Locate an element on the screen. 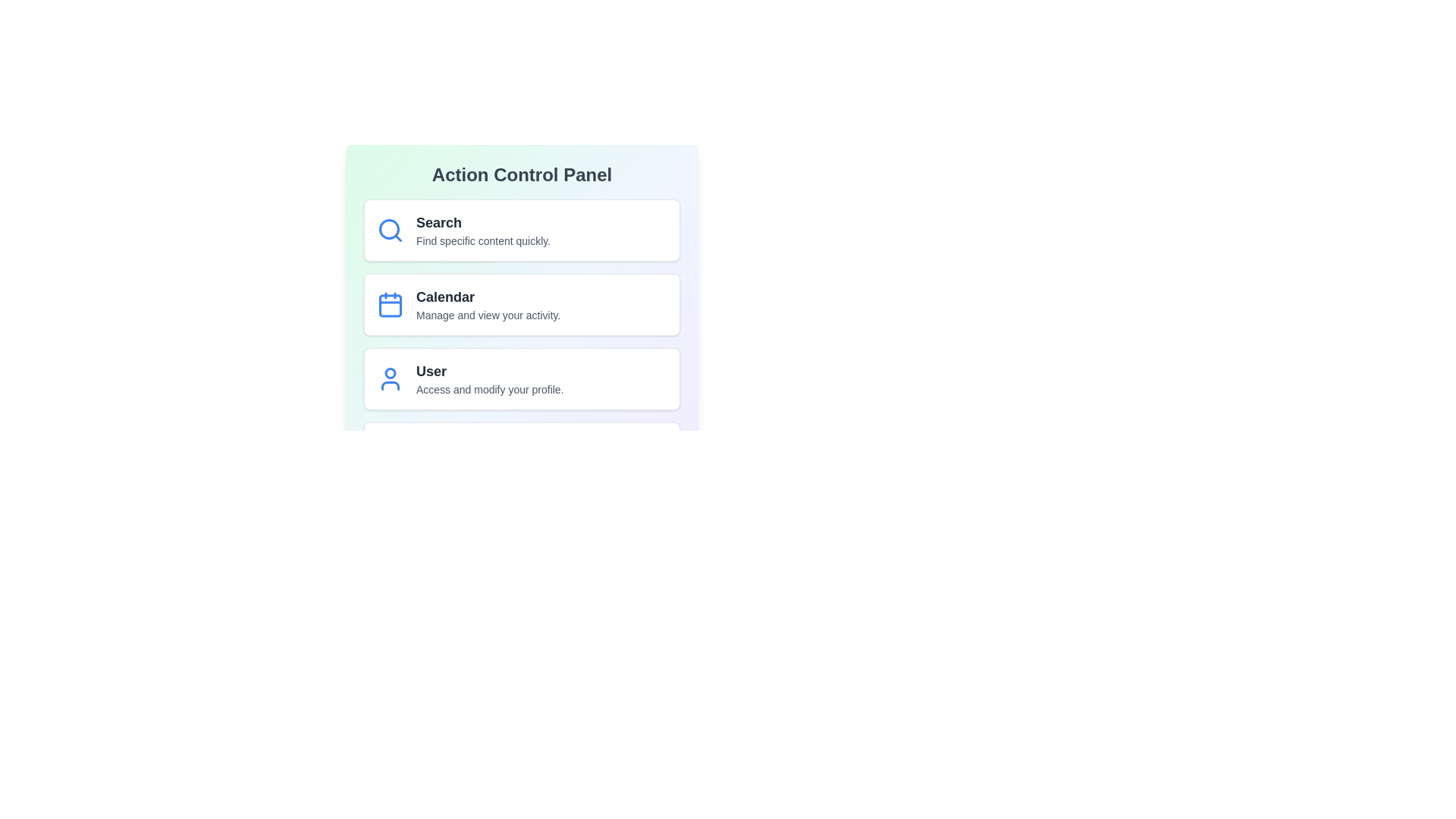  the informational label with bold text 'Search' and standard text 'Find specific content quickly.' in the first card of the 'Action Control Panel' is located at coordinates (482, 231).